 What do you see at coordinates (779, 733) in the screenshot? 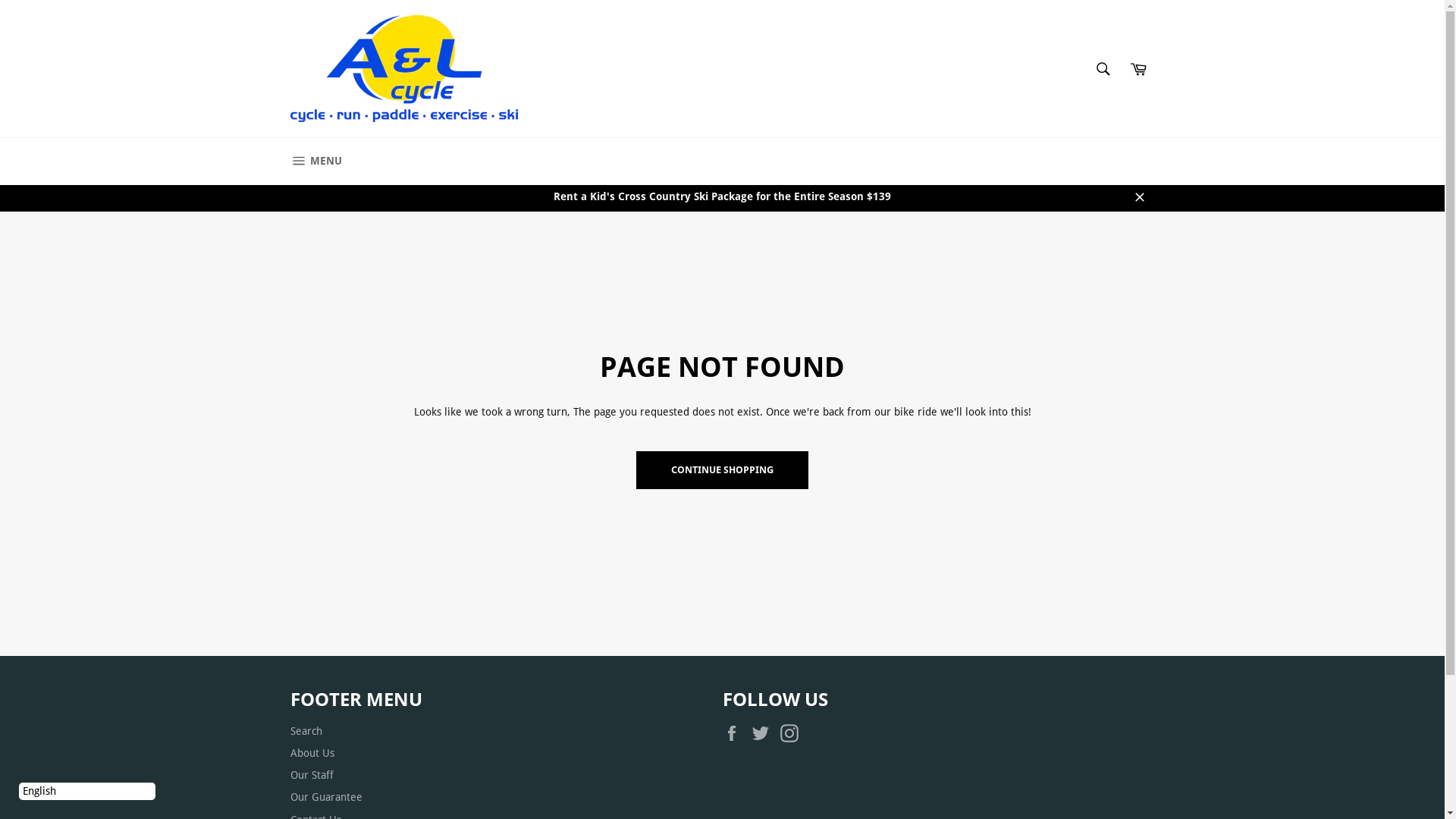
I see `'Instagram'` at bounding box center [779, 733].